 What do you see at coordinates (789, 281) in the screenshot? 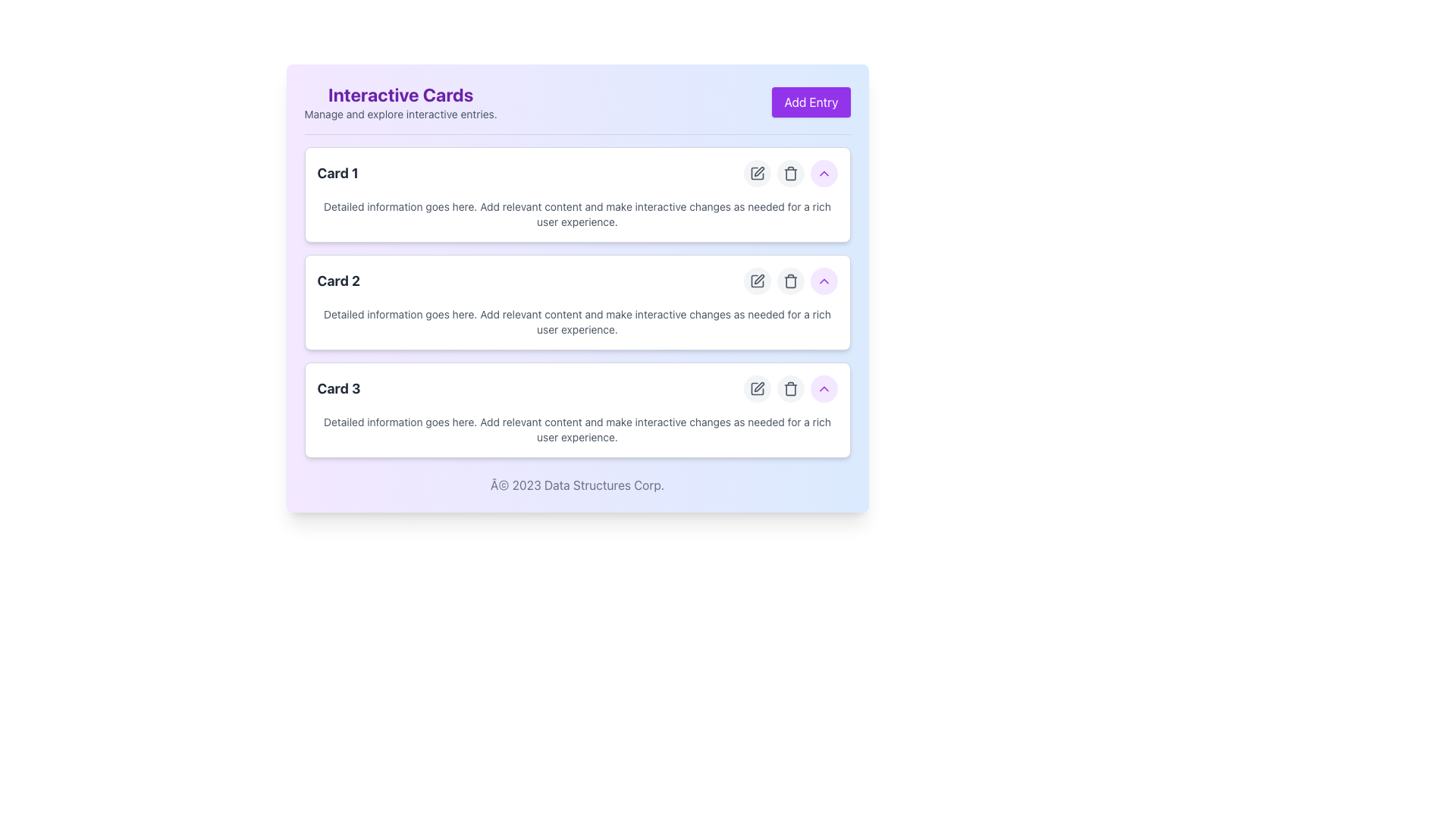
I see `the trash icon located in the top-right corner of the second interactive card` at bounding box center [789, 281].